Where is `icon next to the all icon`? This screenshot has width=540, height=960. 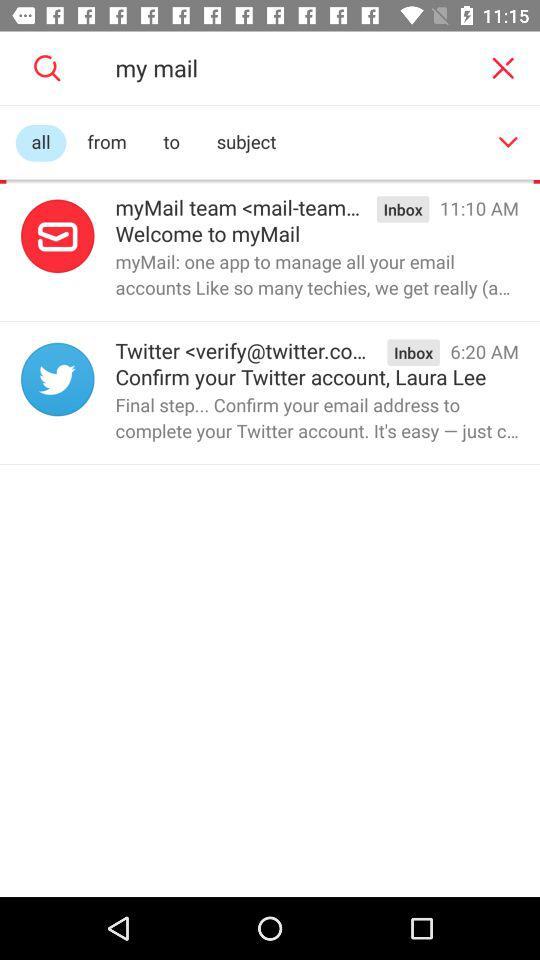
icon next to the all icon is located at coordinates (107, 142).